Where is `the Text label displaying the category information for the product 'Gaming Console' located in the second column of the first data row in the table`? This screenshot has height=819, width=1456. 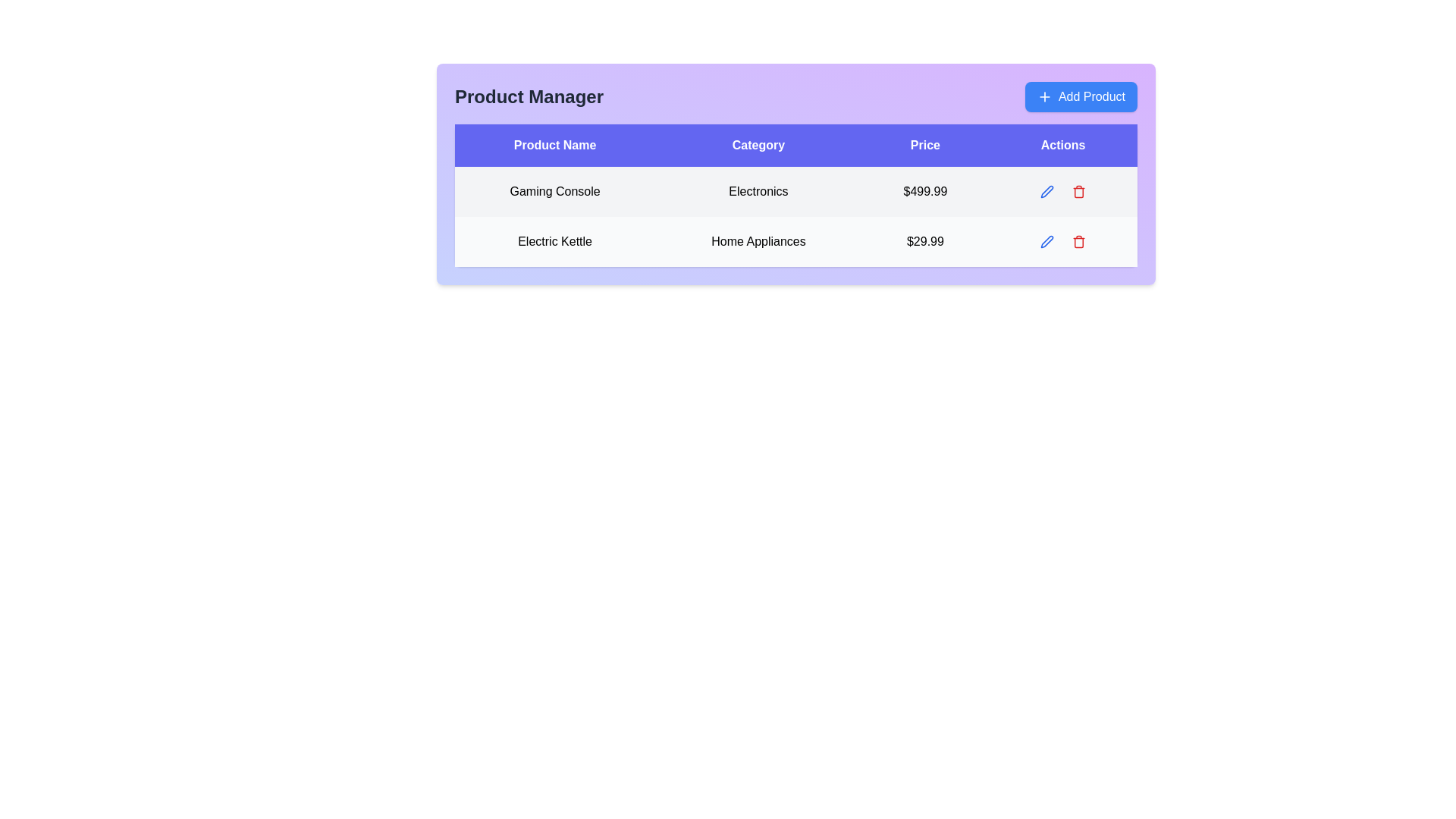
the Text label displaying the category information for the product 'Gaming Console' located in the second column of the first data row in the table is located at coordinates (758, 191).